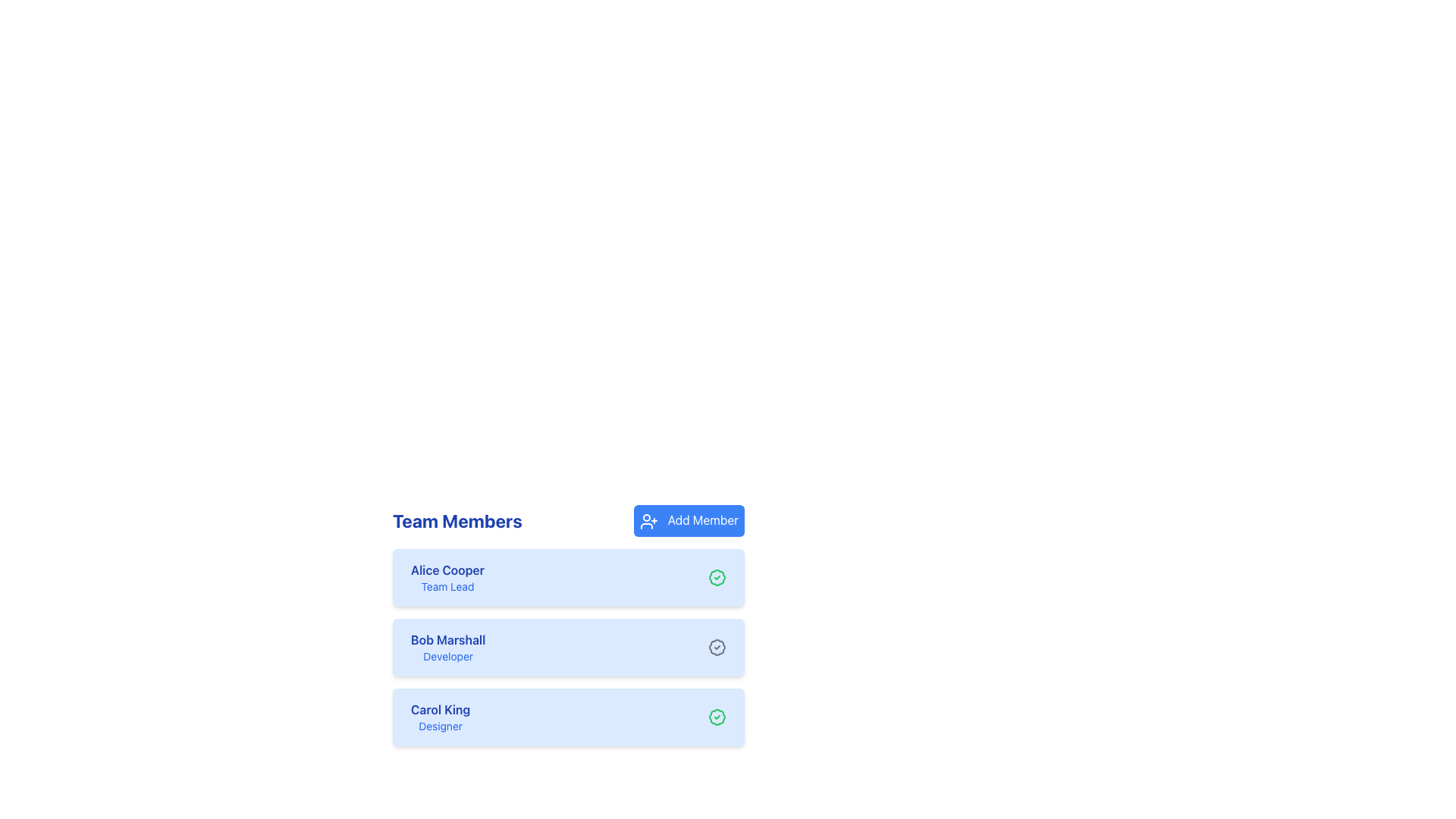 This screenshot has height=819, width=1456. I want to click on the text label that identifies Bob Marshall as a Developer, located in the center of the second card under the 'Team Members' heading, so click(447, 647).